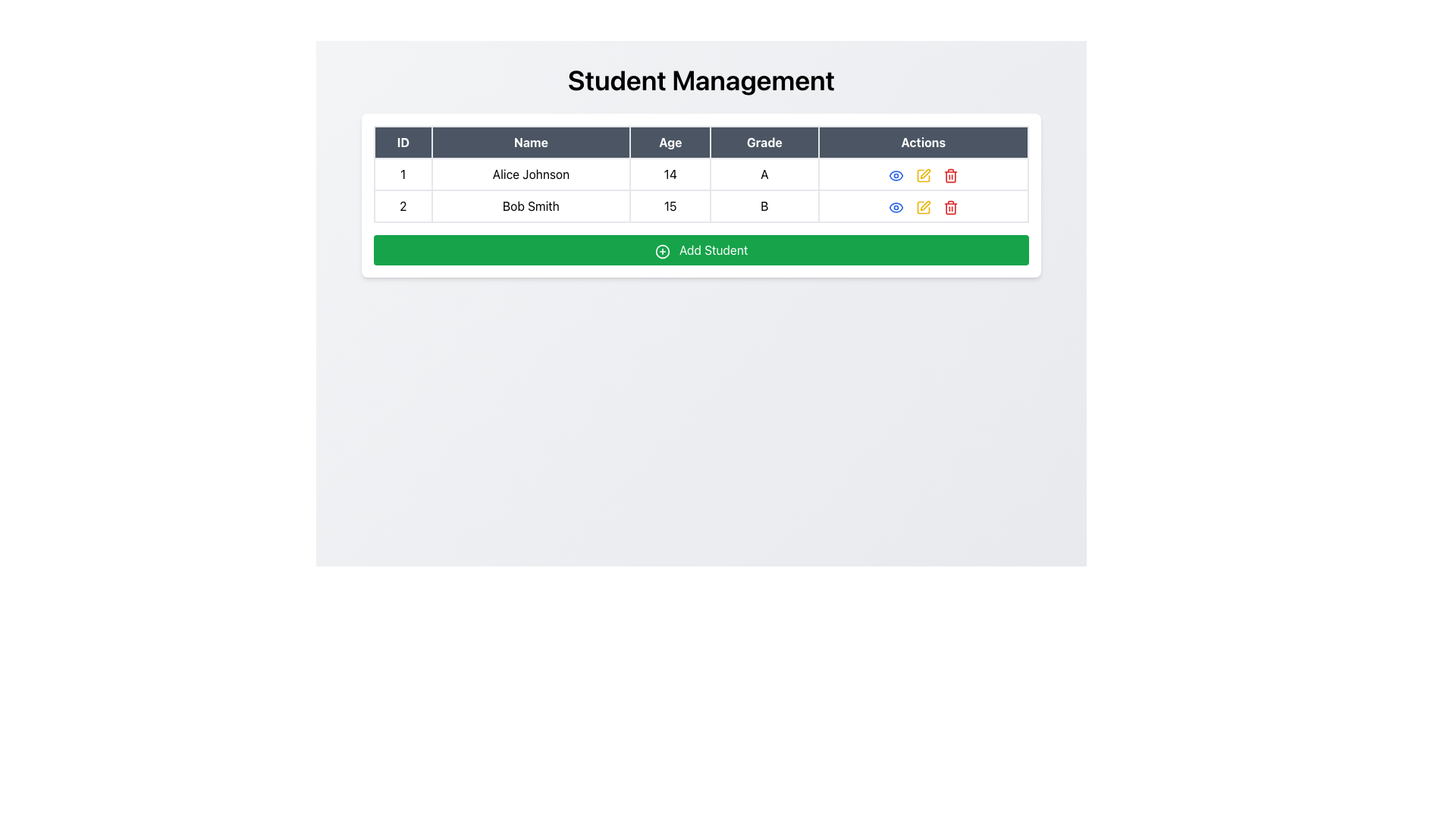 This screenshot has width=1456, height=819. I want to click on the identification number text content located in the first row and first column of the table, directly under the 'ID' header, so click(403, 174).